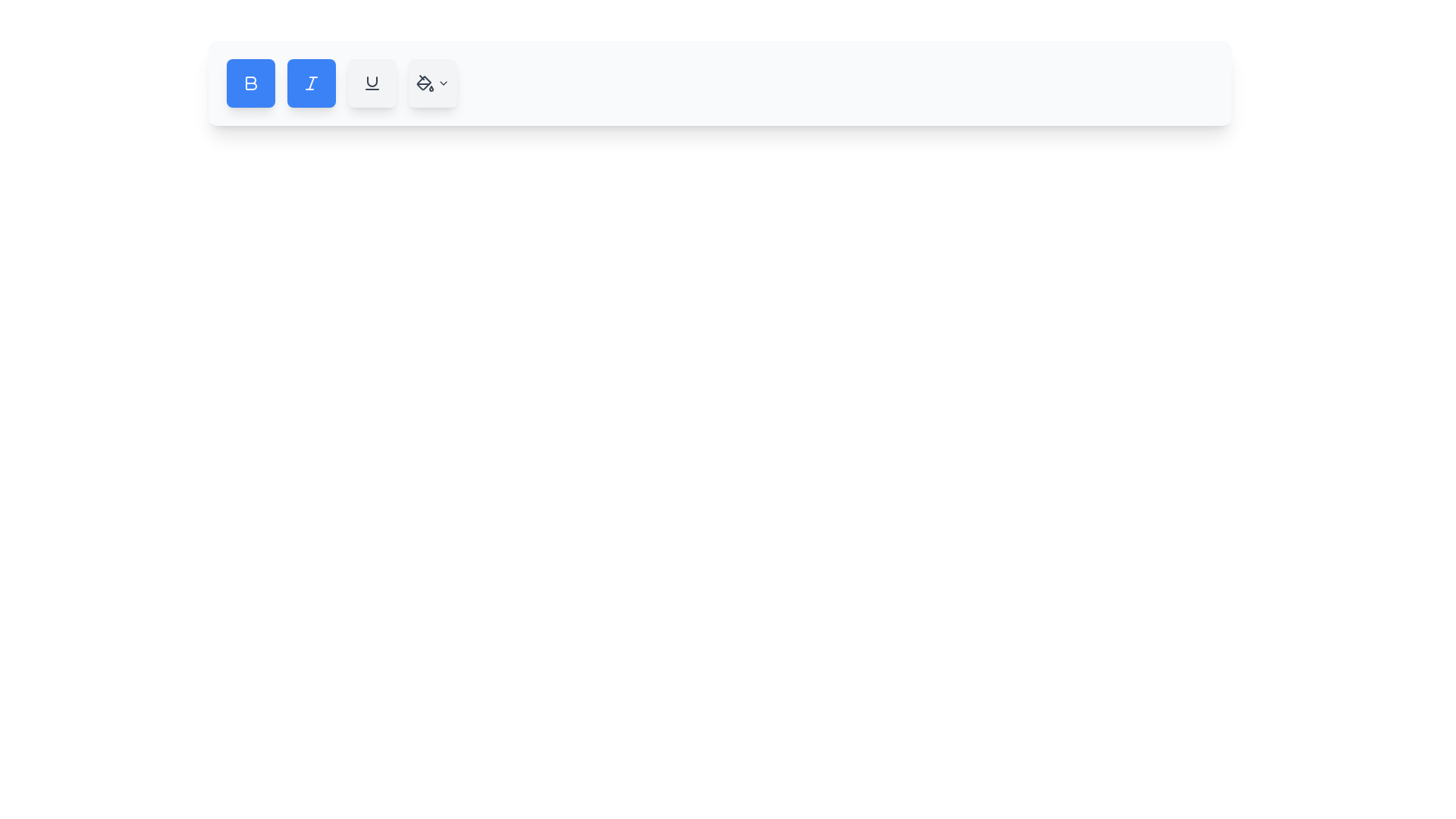 The image size is (1456, 819). I want to click on the italic formatting button, which is a blue circular button located between the bold 'B' button and the underline 'U' button in the formatting toolbar, so click(311, 83).